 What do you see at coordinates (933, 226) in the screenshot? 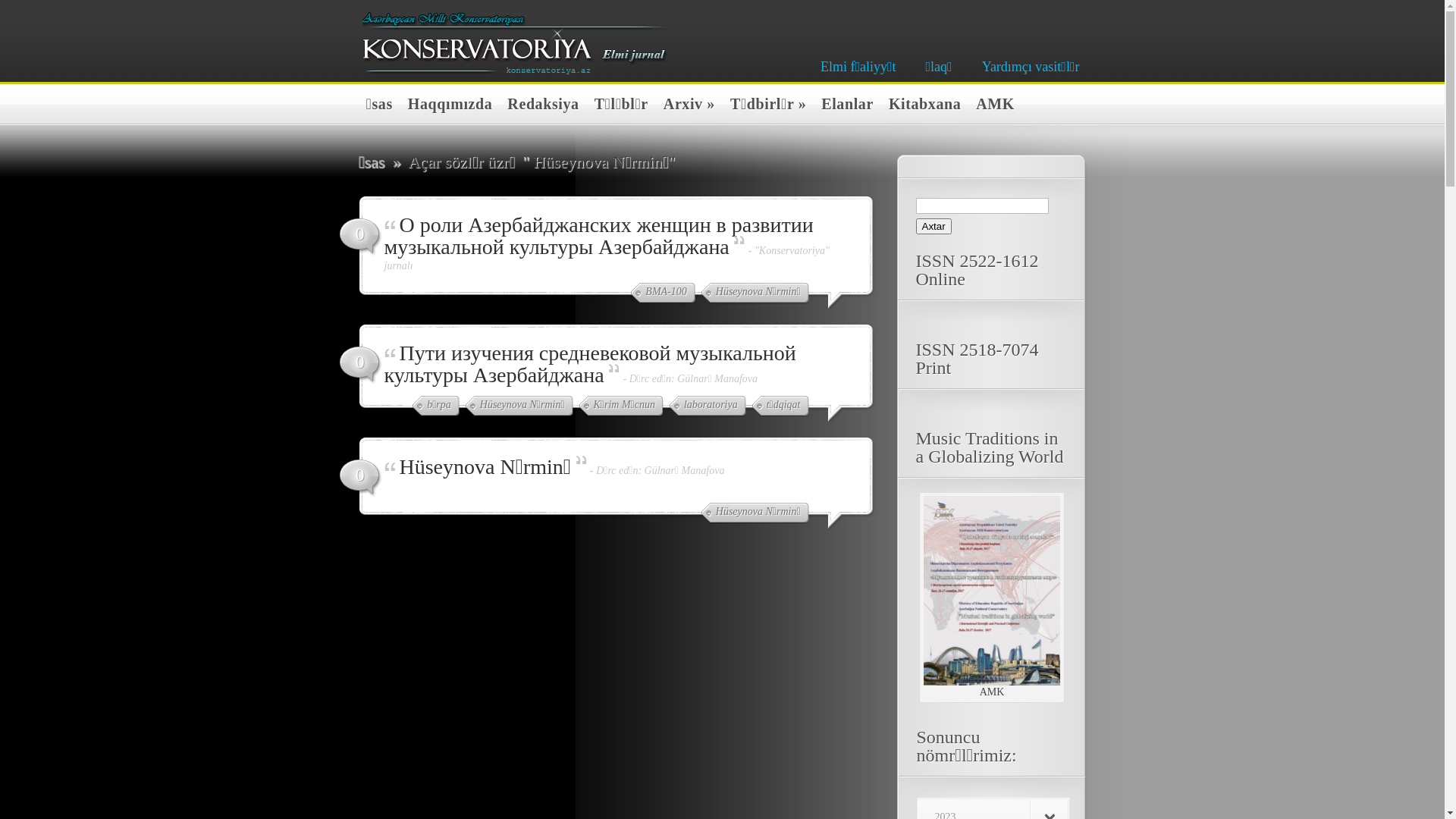
I see `'Axtar'` at bounding box center [933, 226].